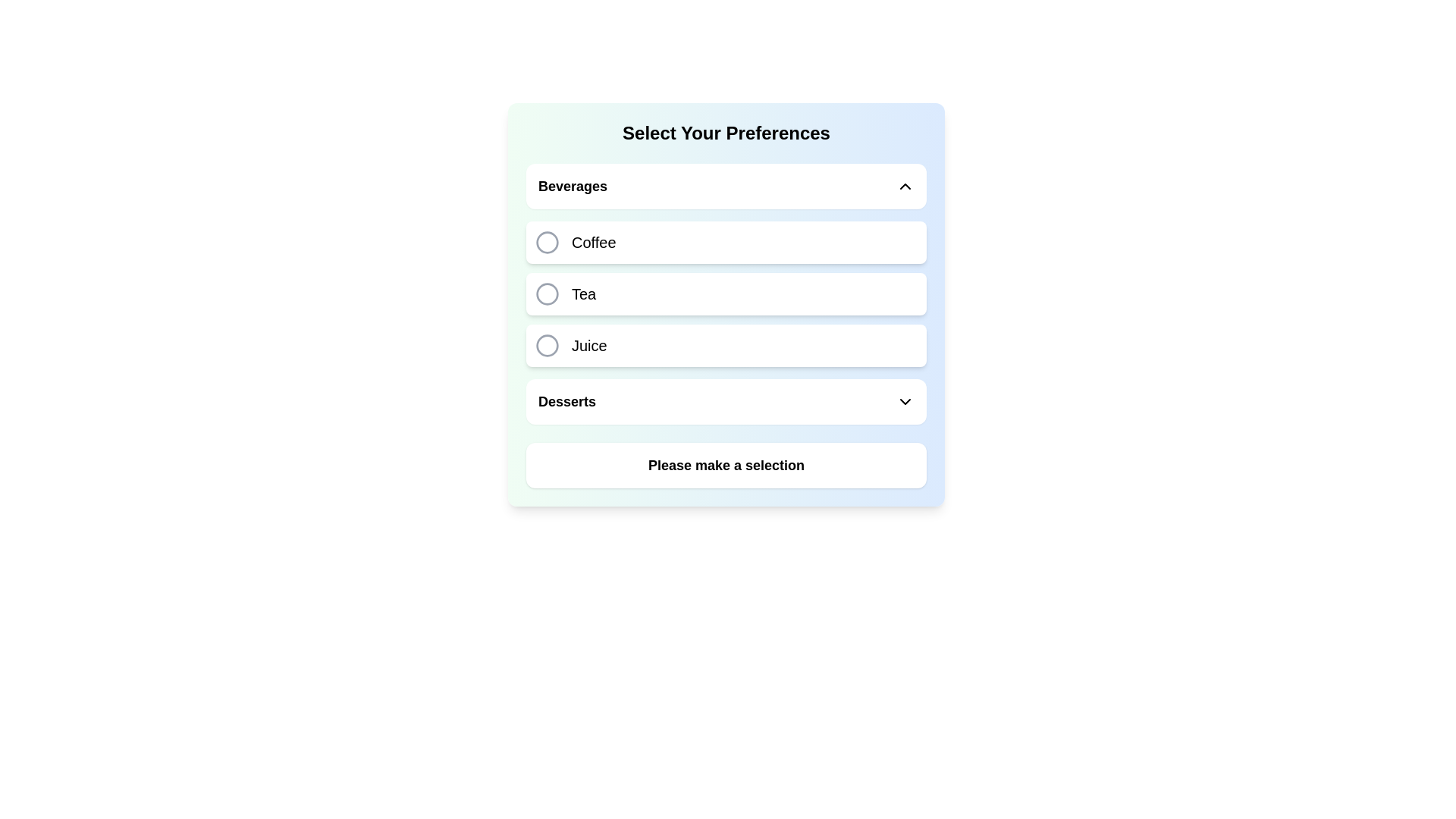 The height and width of the screenshot is (819, 1456). What do you see at coordinates (546, 294) in the screenshot?
I see `the 'Tea' radio button option within the 'Beverages' category` at bounding box center [546, 294].